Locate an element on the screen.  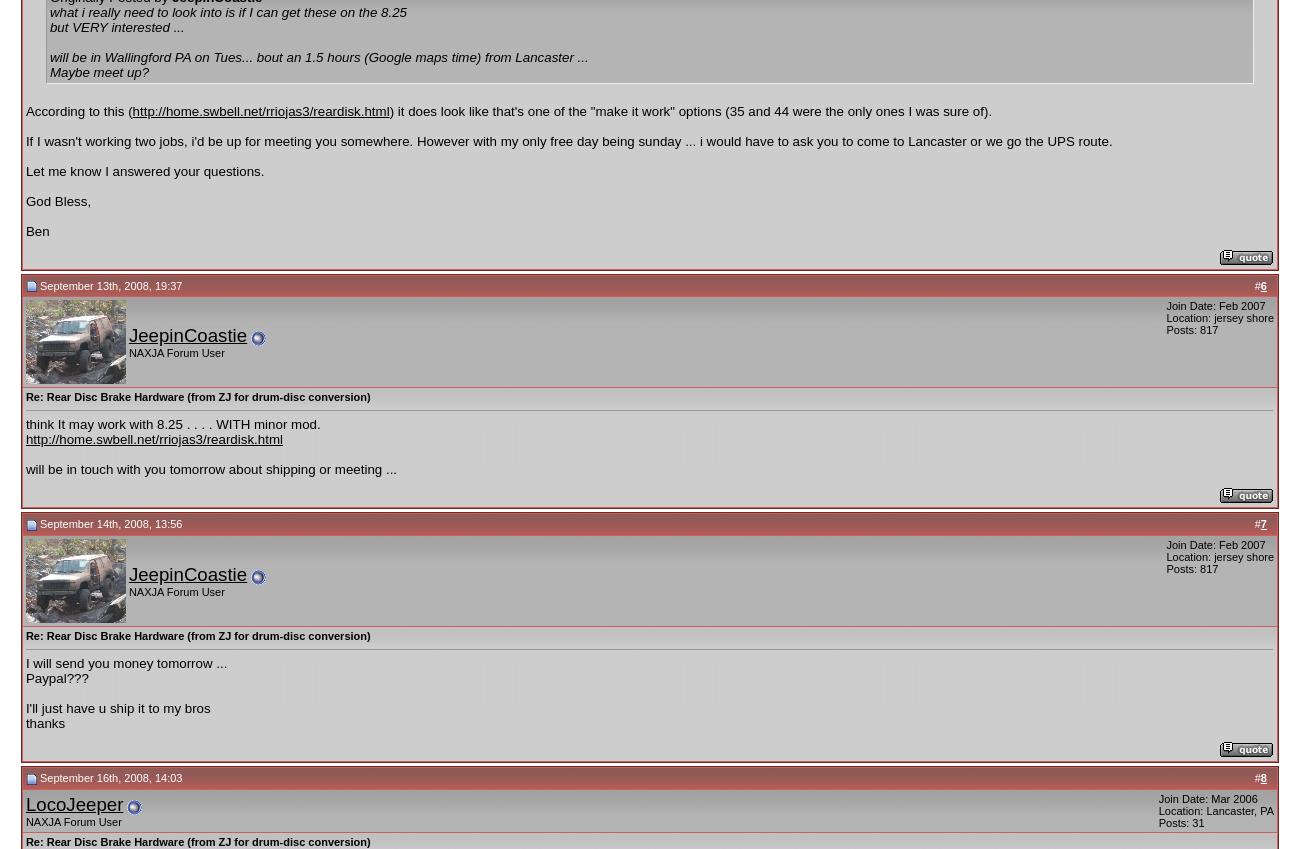
'Let me know I answered your questions.' is located at coordinates (143, 170).